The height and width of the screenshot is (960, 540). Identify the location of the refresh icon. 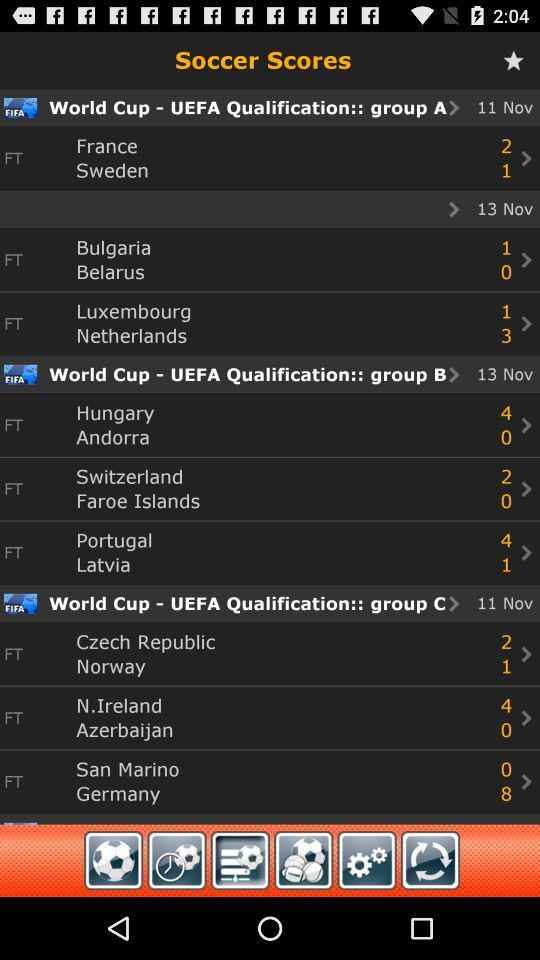
(429, 921).